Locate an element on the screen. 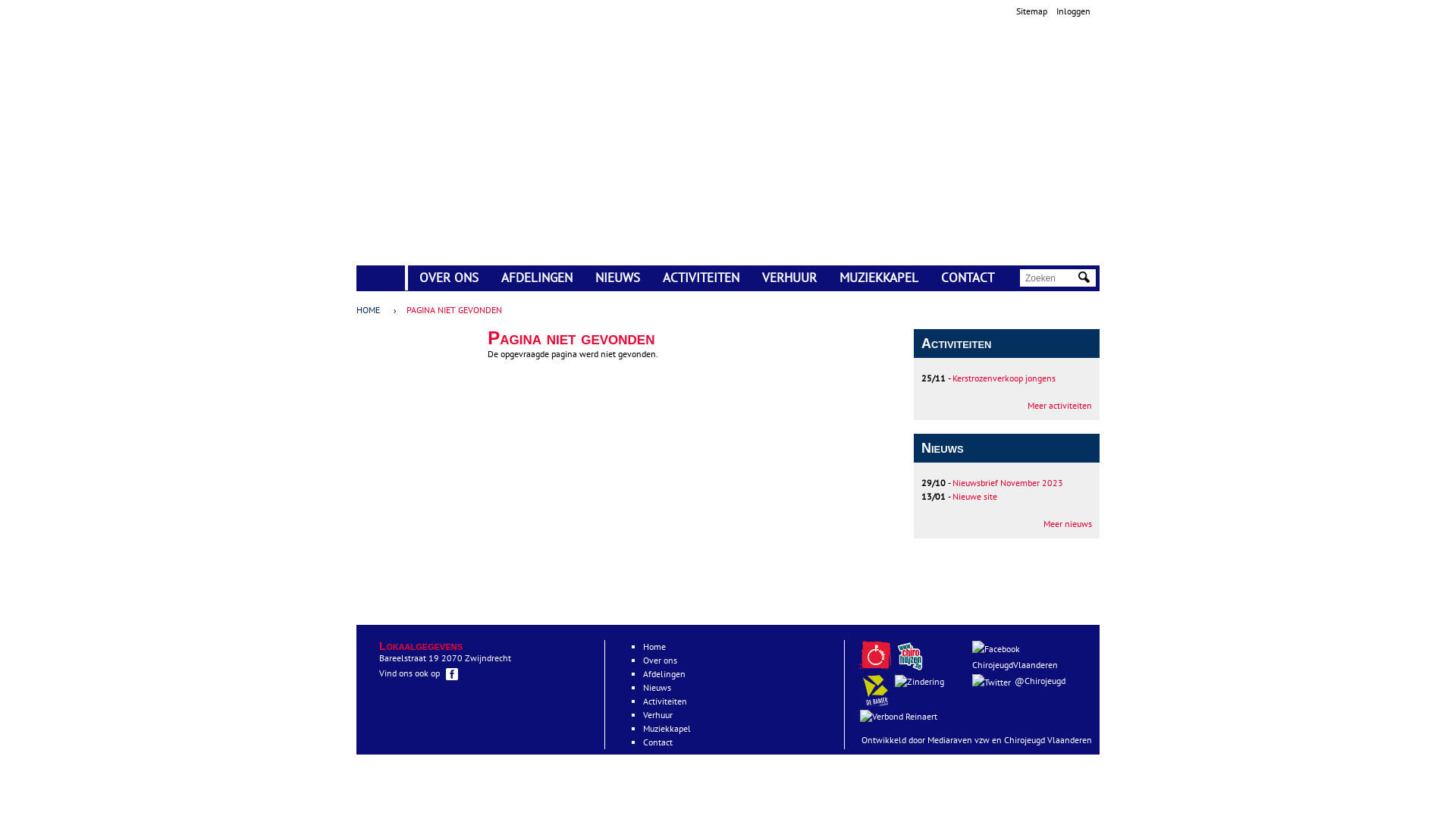 The width and height of the screenshot is (1456, 819). 'Kerstrozenverkoop jongens' is located at coordinates (1004, 377).